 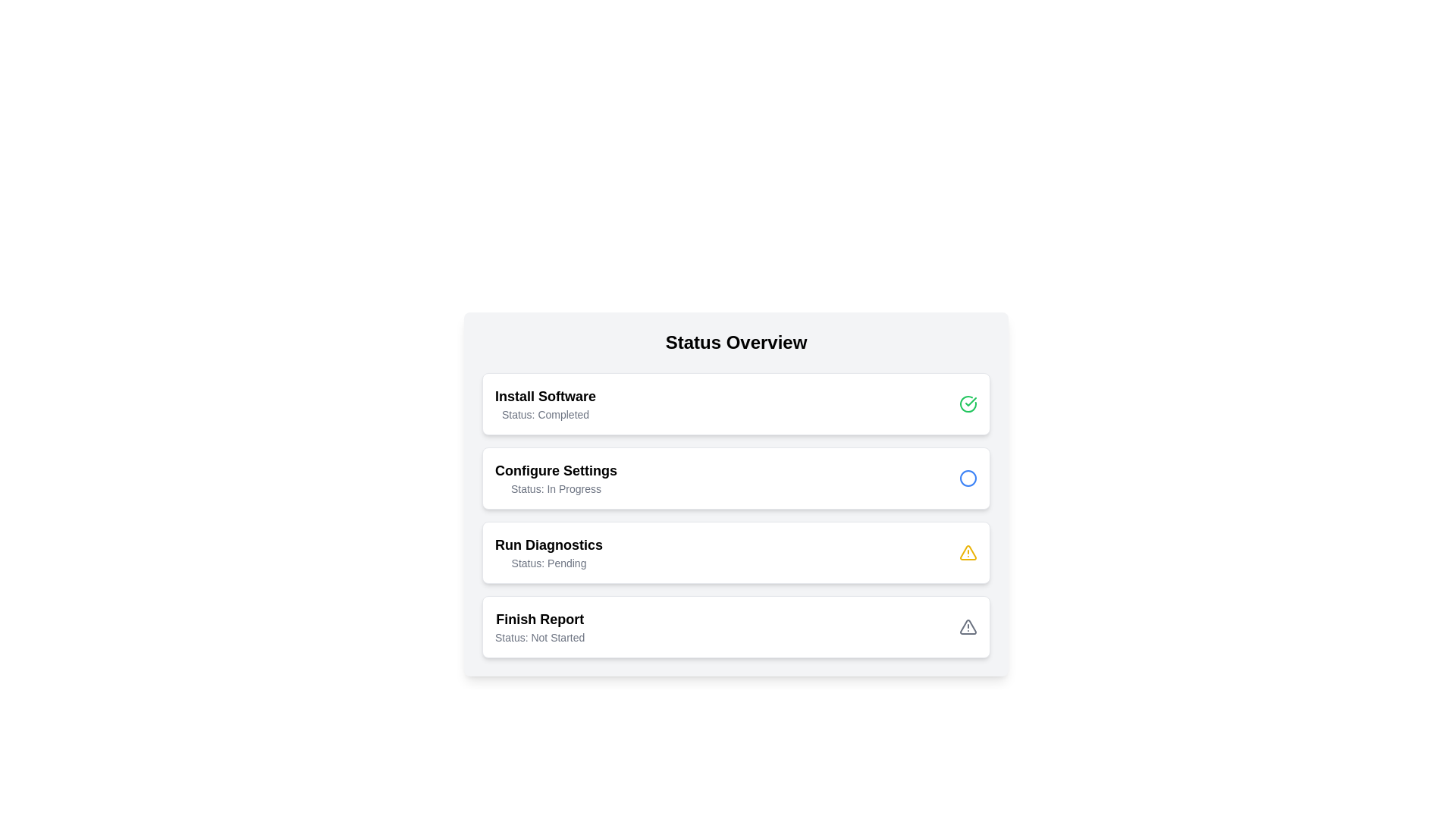 What do you see at coordinates (540, 620) in the screenshot?
I see `the text label displaying 'Finish Report' which is bold and prominent at the bottom of the list` at bounding box center [540, 620].